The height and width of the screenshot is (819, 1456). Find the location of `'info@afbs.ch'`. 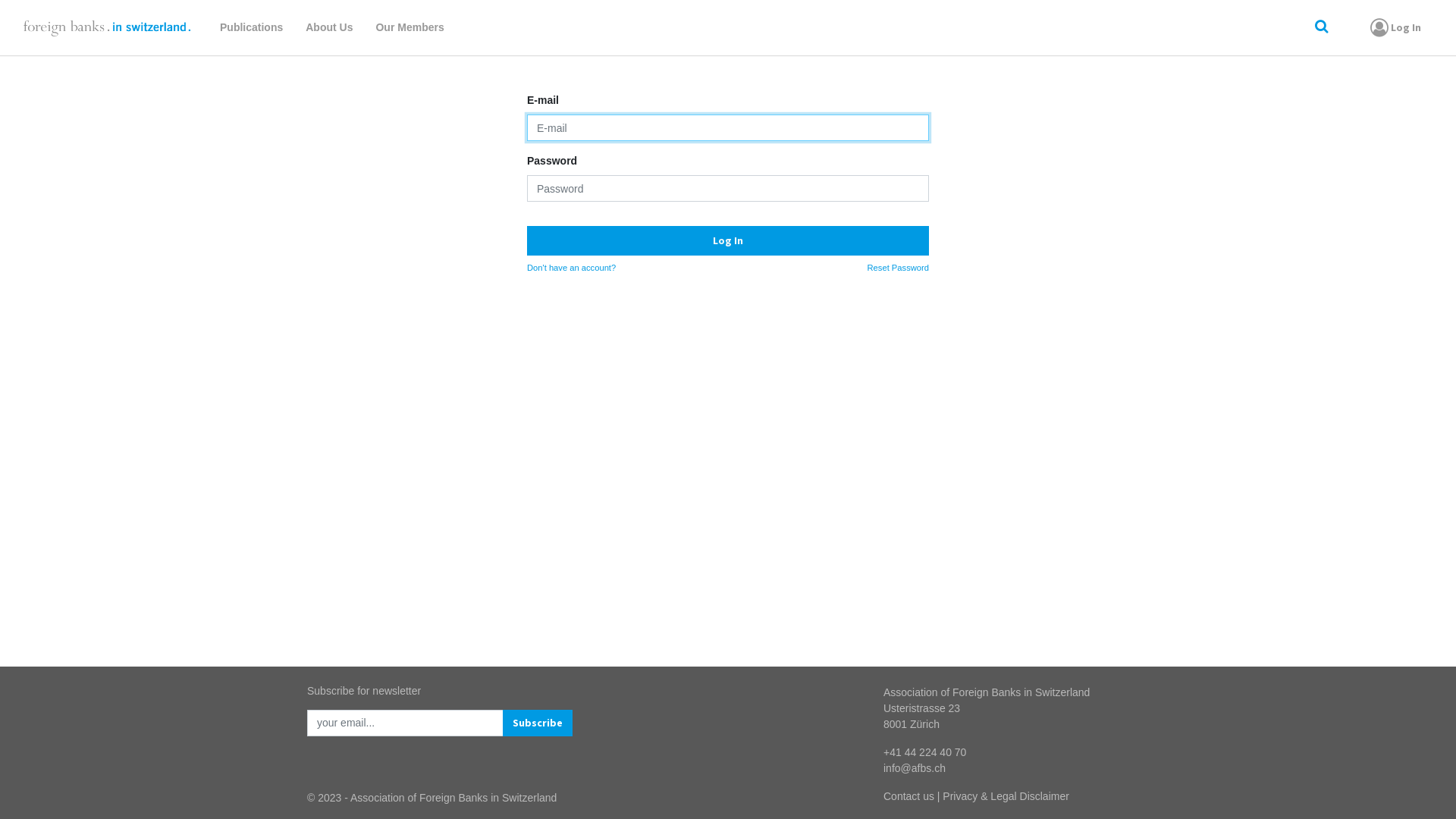

'info@afbs.ch' is located at coordinates (883, 768).